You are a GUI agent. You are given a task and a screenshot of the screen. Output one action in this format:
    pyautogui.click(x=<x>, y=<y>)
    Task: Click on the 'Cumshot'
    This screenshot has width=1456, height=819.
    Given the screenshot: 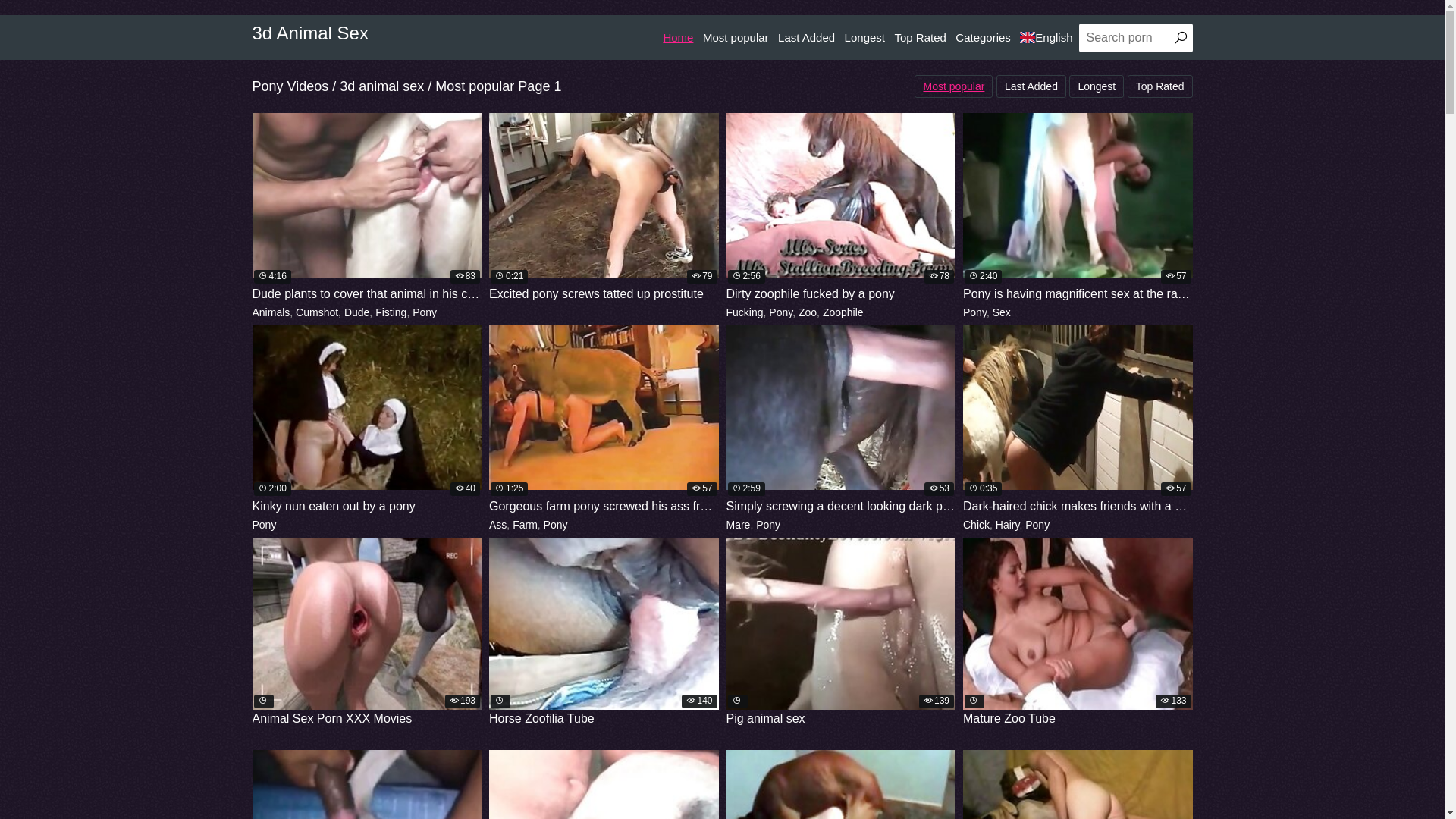 What is the action you would take?
    pyautogui.click(x=295, y=312)
    